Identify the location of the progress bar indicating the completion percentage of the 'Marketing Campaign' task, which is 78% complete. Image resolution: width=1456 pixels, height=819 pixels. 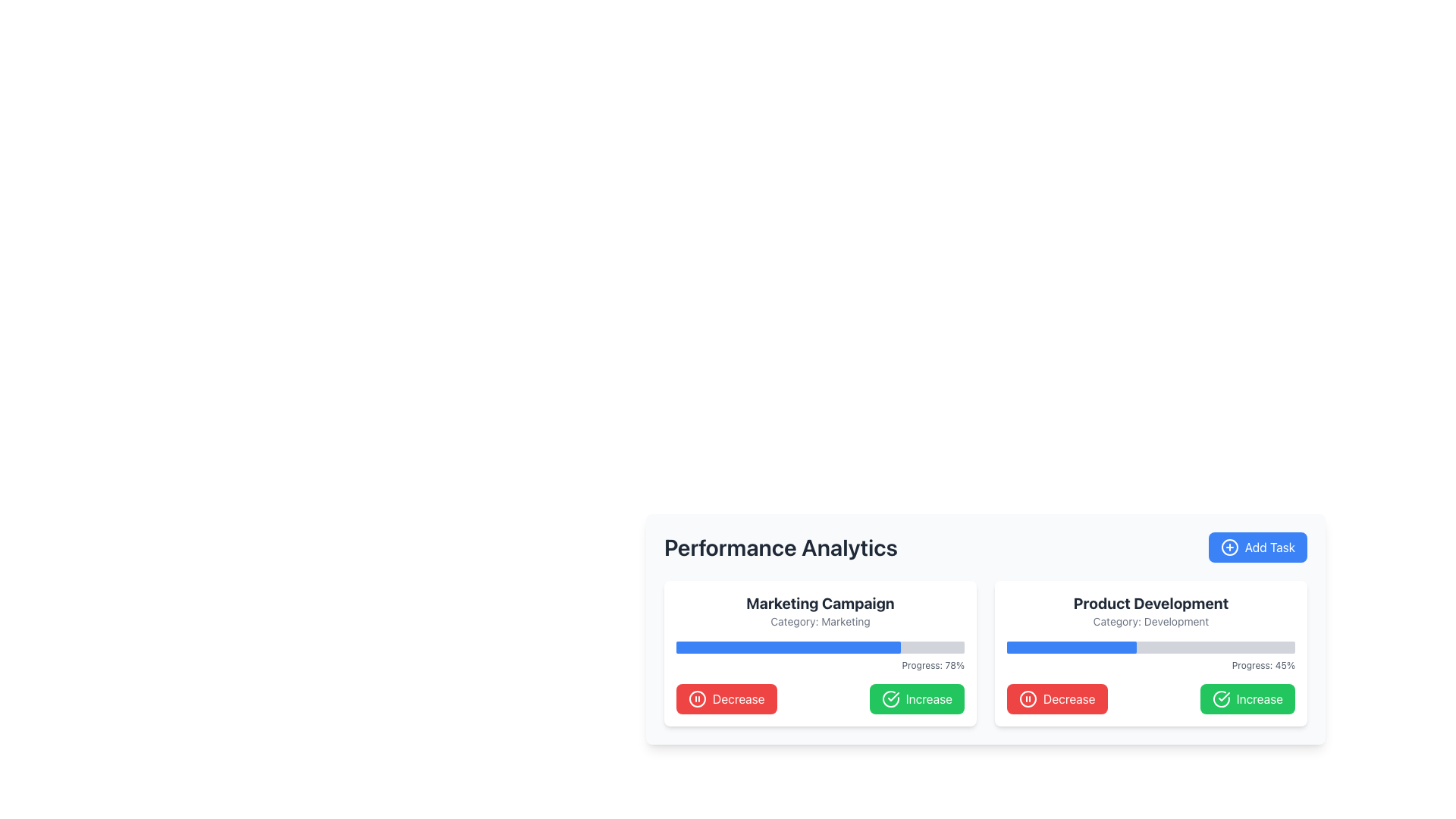
(819, 647).